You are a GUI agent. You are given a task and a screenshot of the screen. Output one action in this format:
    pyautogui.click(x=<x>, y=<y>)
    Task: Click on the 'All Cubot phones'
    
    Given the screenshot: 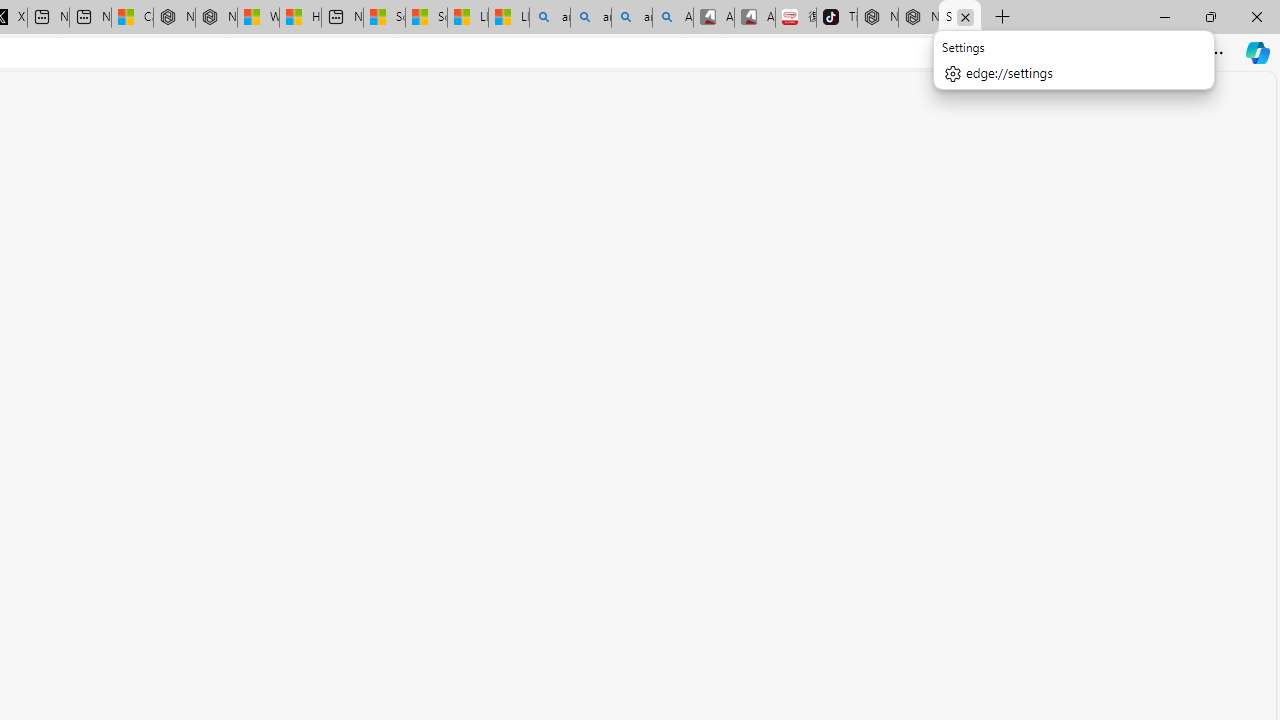 What is the action you would take?
    pyautogui.click(x=753, y=17)
    